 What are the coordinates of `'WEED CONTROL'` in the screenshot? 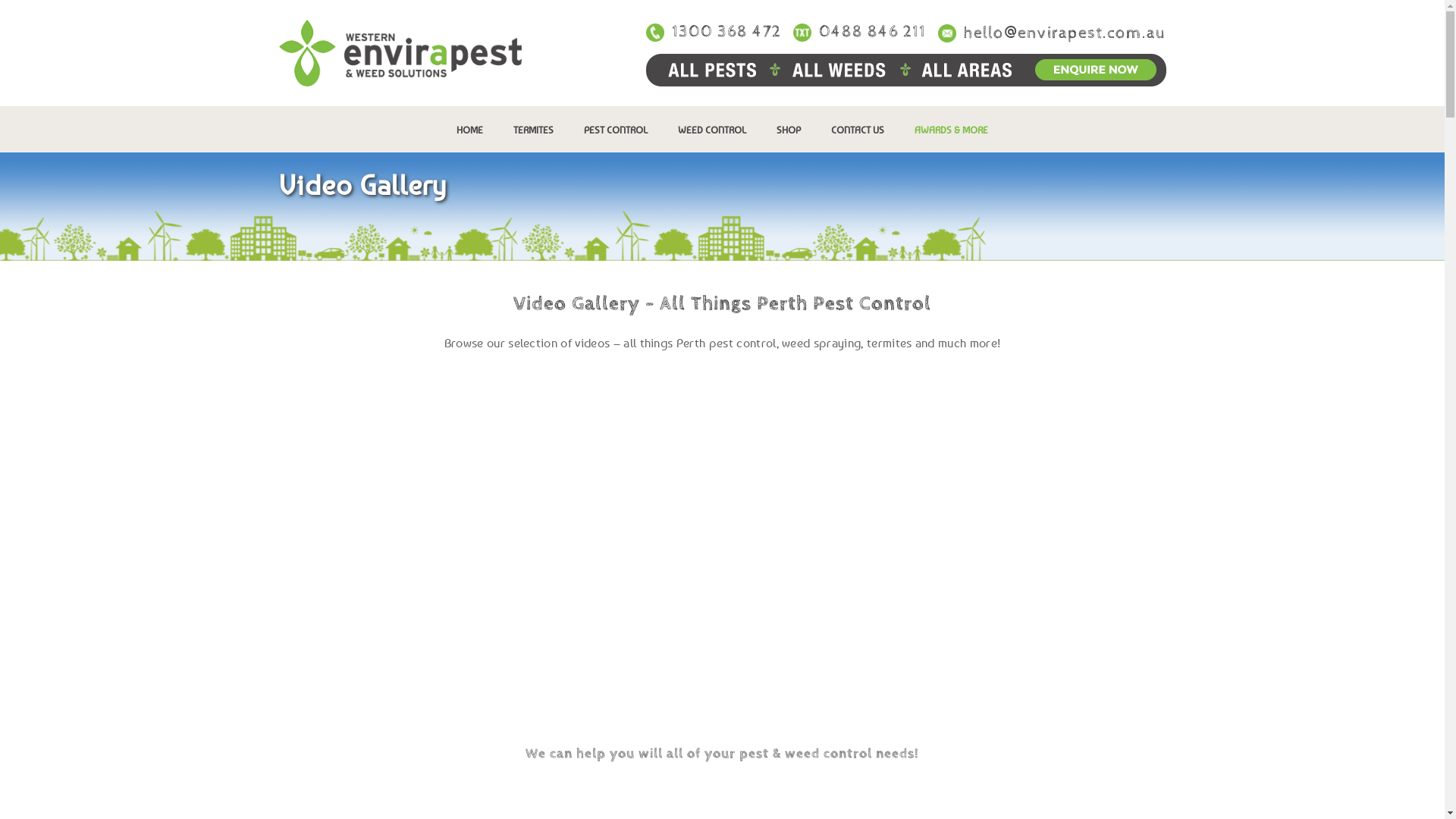 It's located at (711, 128).